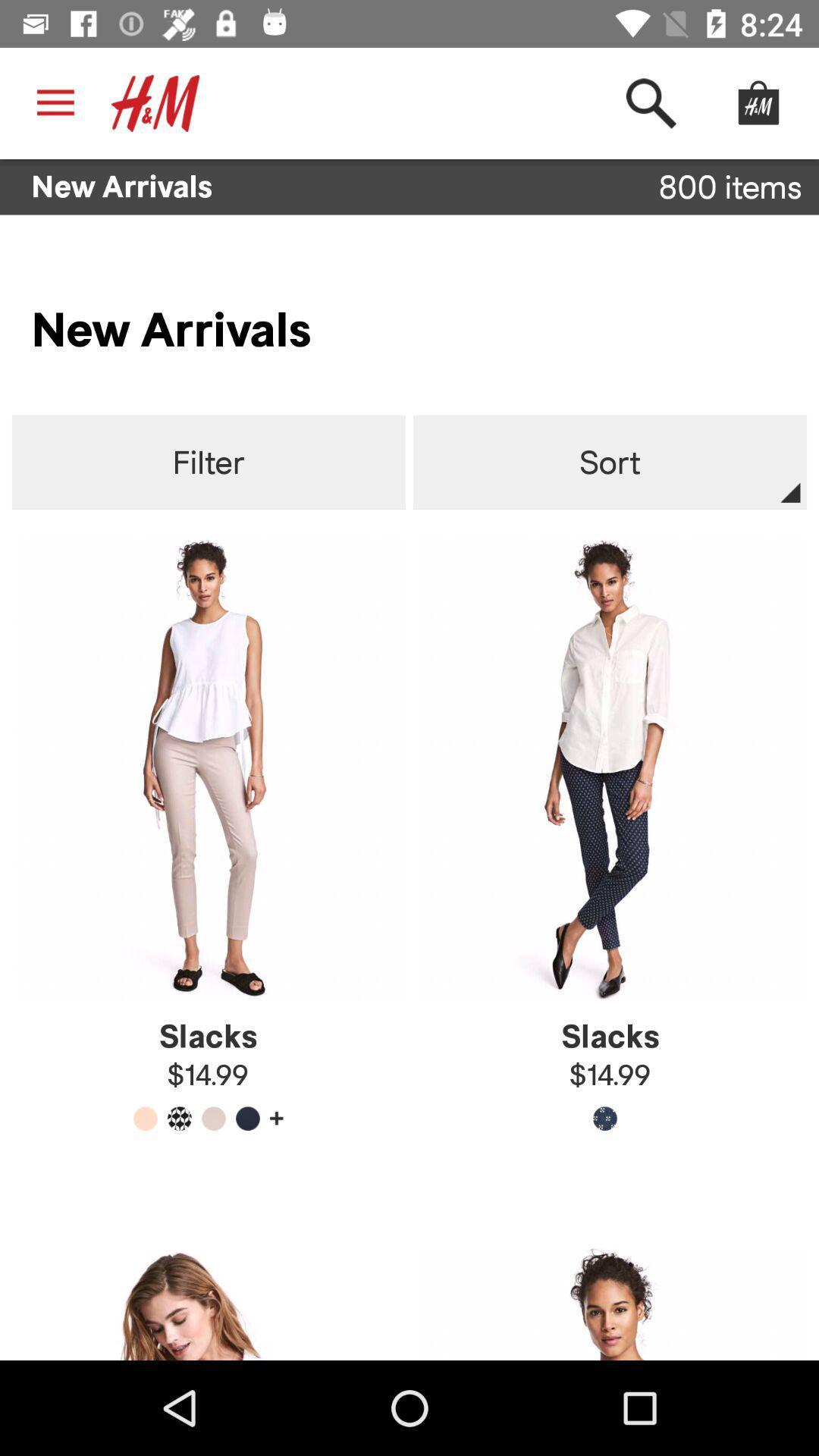 The height and width of the screenshot is (1456, 819). I want to click on the icon above the new arrivals icon, so click(55, 102).